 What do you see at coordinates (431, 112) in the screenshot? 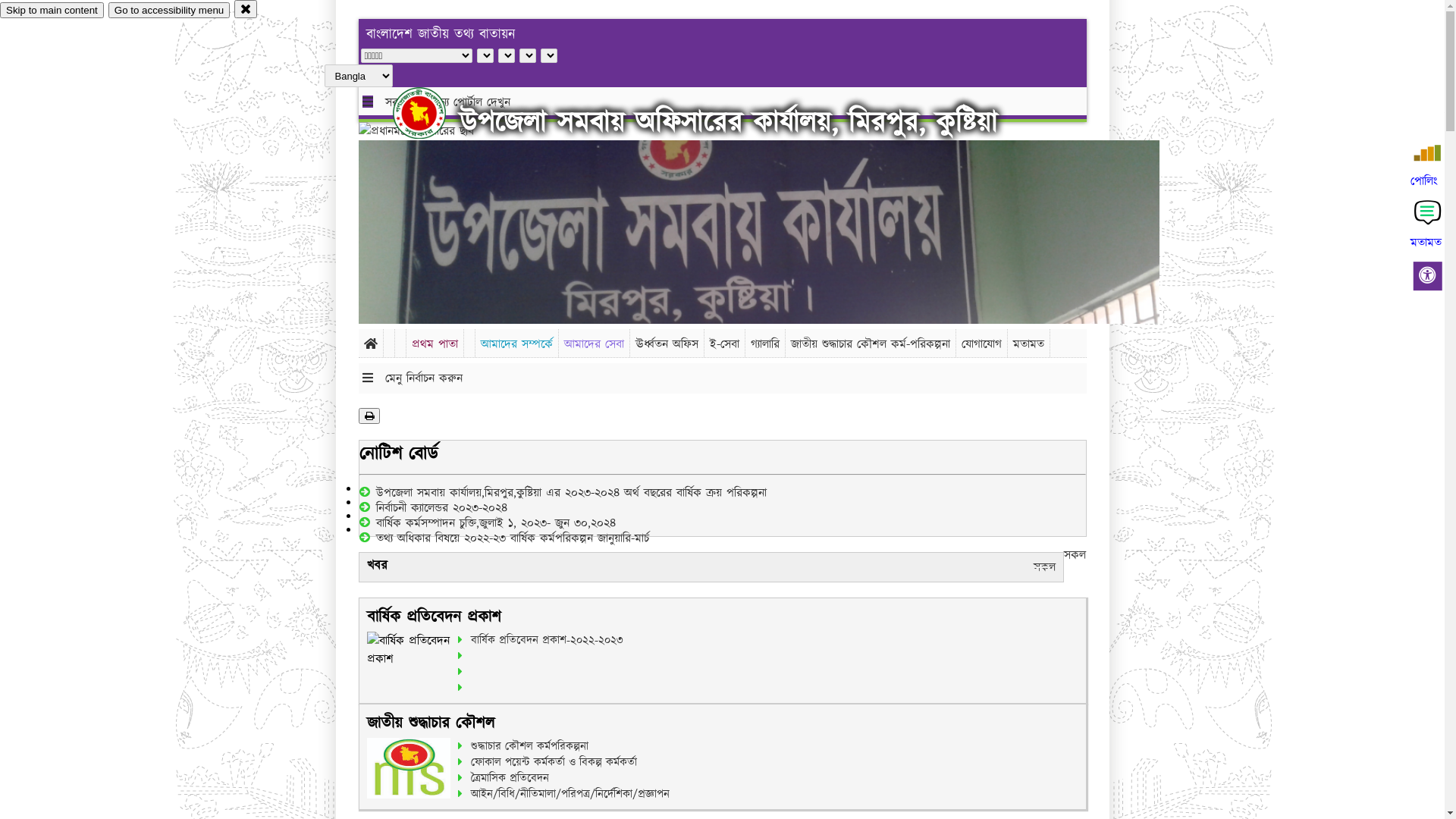
I see `'` at bounding box center [431, 112].